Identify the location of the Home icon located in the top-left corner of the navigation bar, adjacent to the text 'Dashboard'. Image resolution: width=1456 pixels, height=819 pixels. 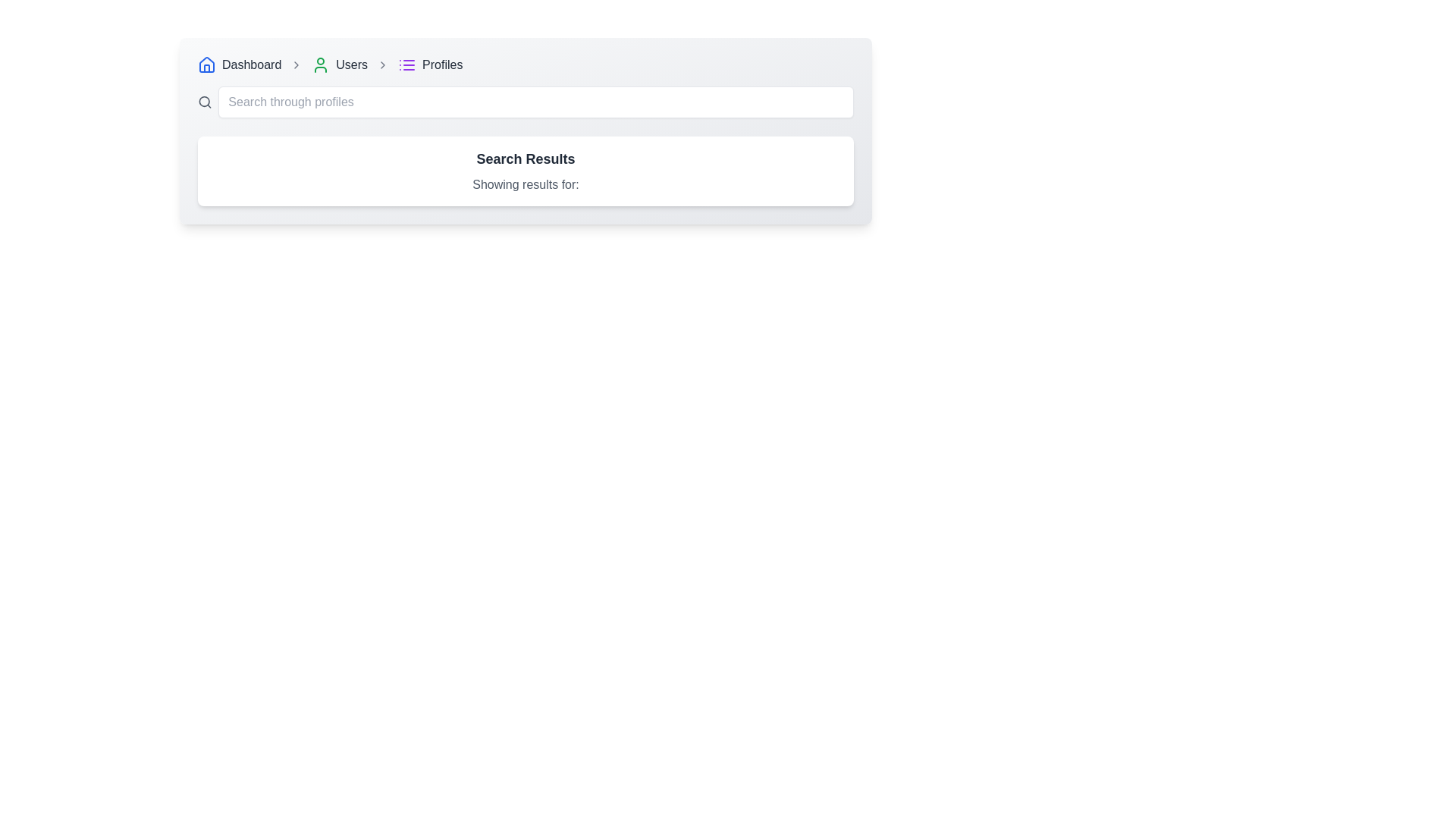
(206, 68).